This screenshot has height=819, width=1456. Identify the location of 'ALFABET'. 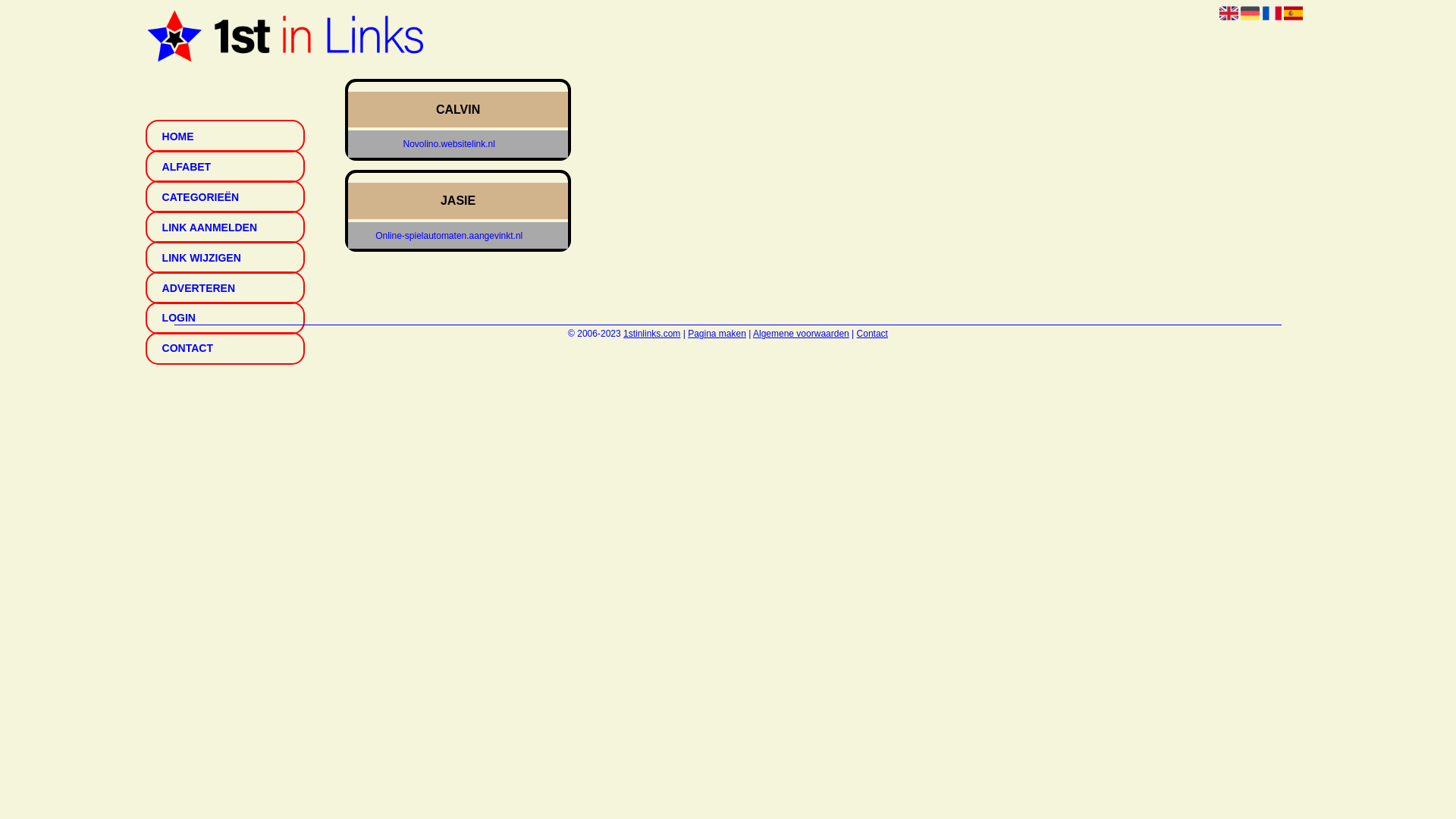
(224, 166).